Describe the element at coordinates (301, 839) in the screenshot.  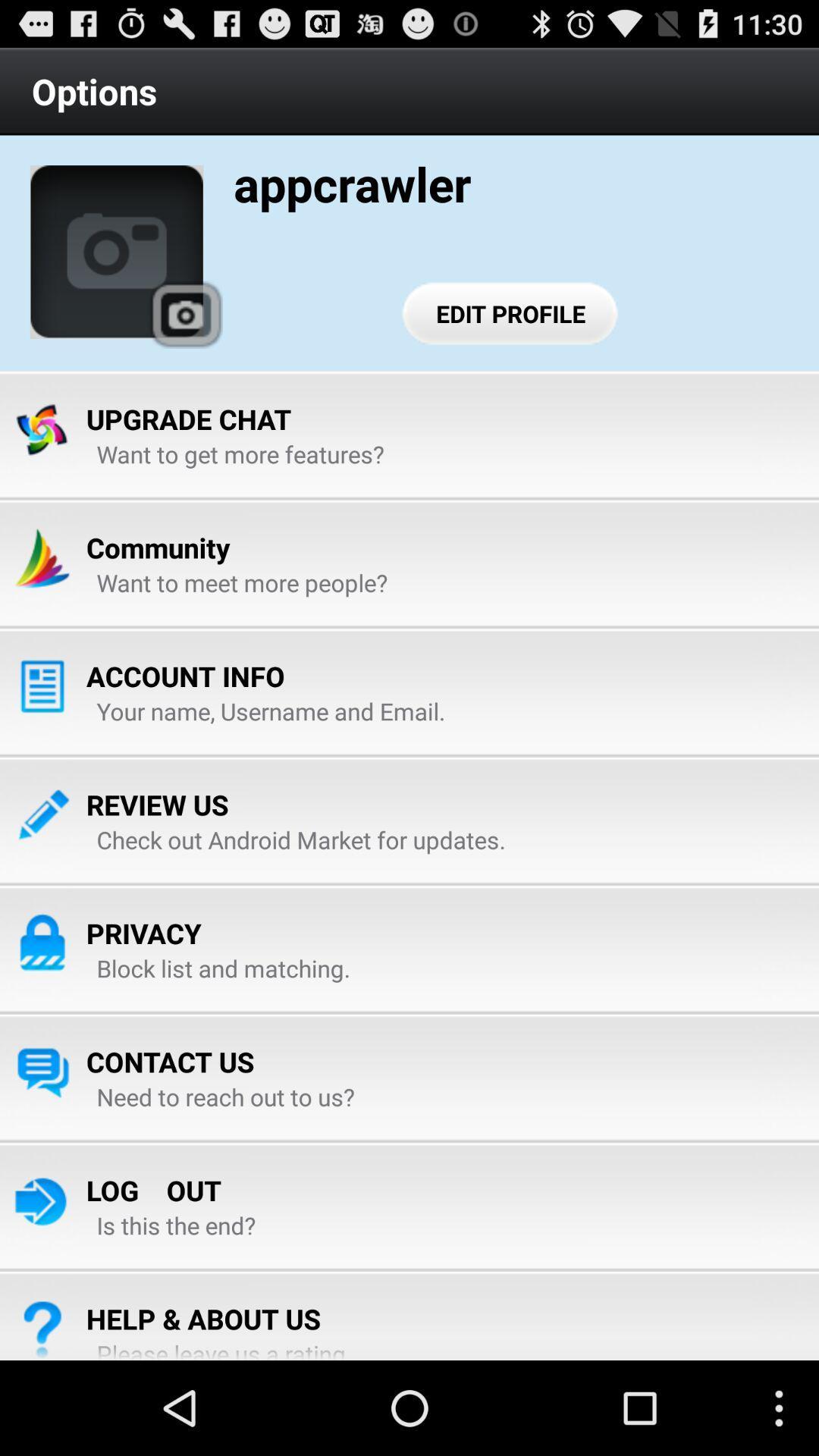
I see `the item above privacy item` at that location.